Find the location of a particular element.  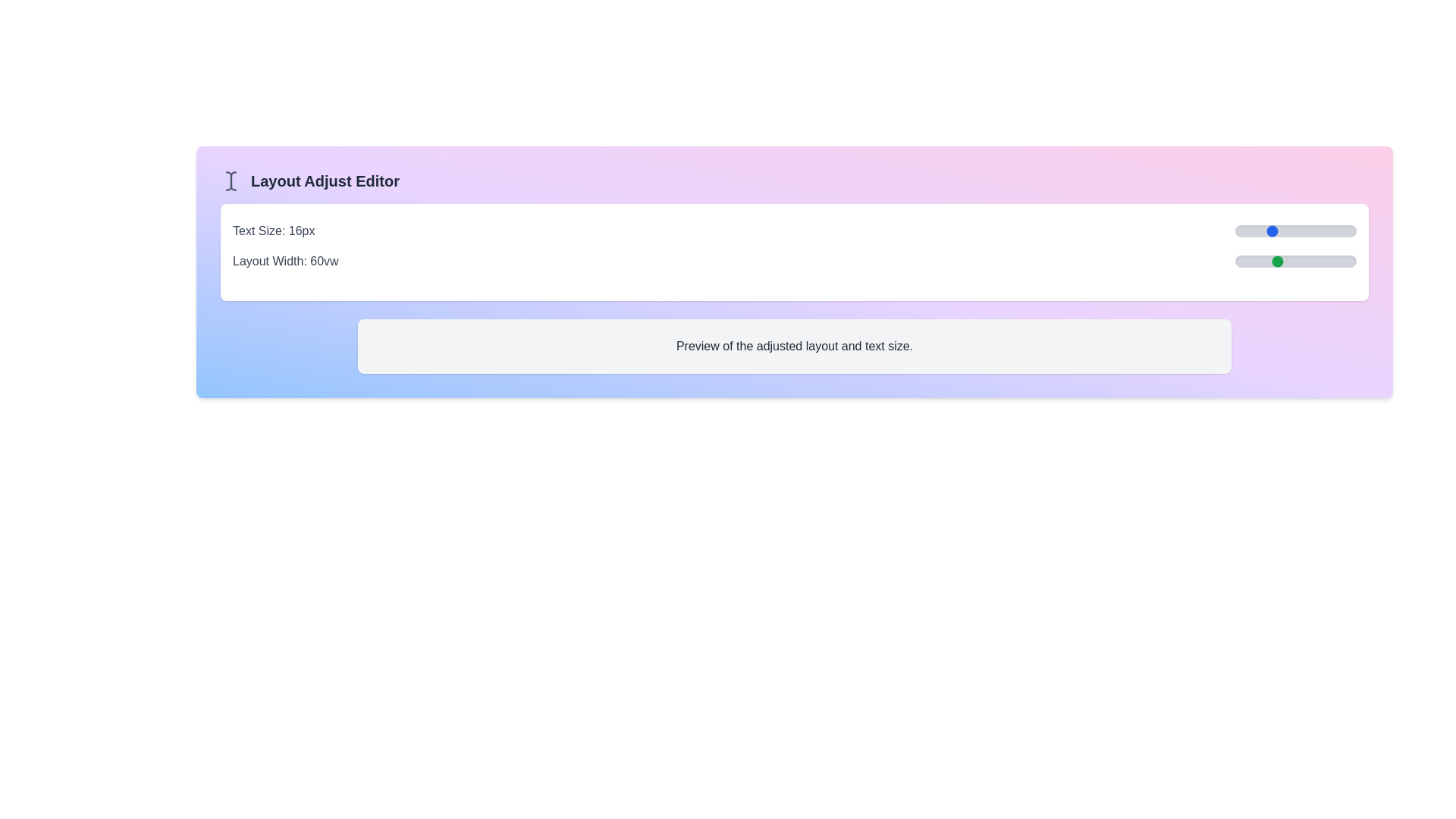

the slider is located at coordinates (1297, 260).